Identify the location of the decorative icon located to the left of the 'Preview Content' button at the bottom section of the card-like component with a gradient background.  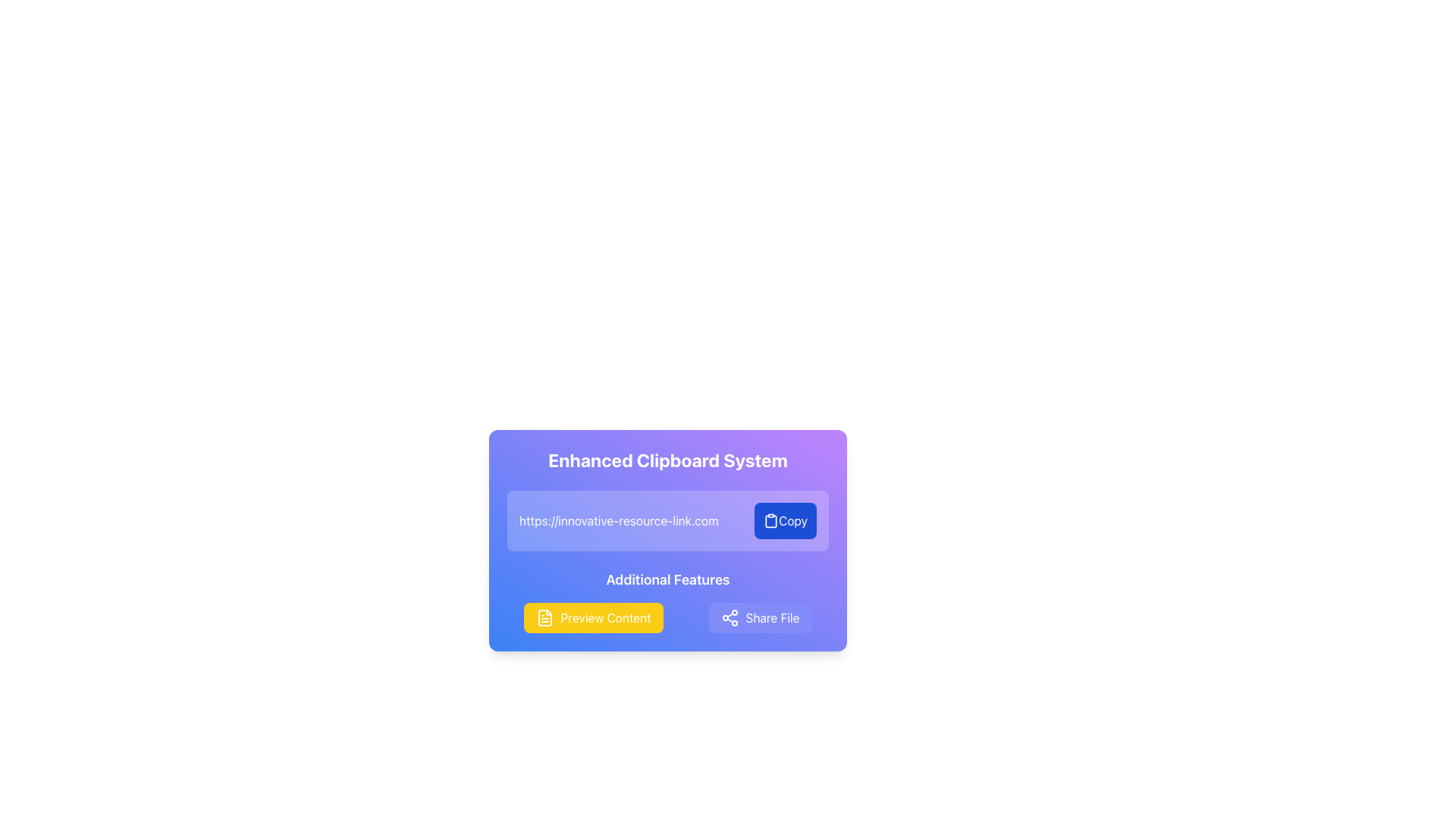
(545, 617).